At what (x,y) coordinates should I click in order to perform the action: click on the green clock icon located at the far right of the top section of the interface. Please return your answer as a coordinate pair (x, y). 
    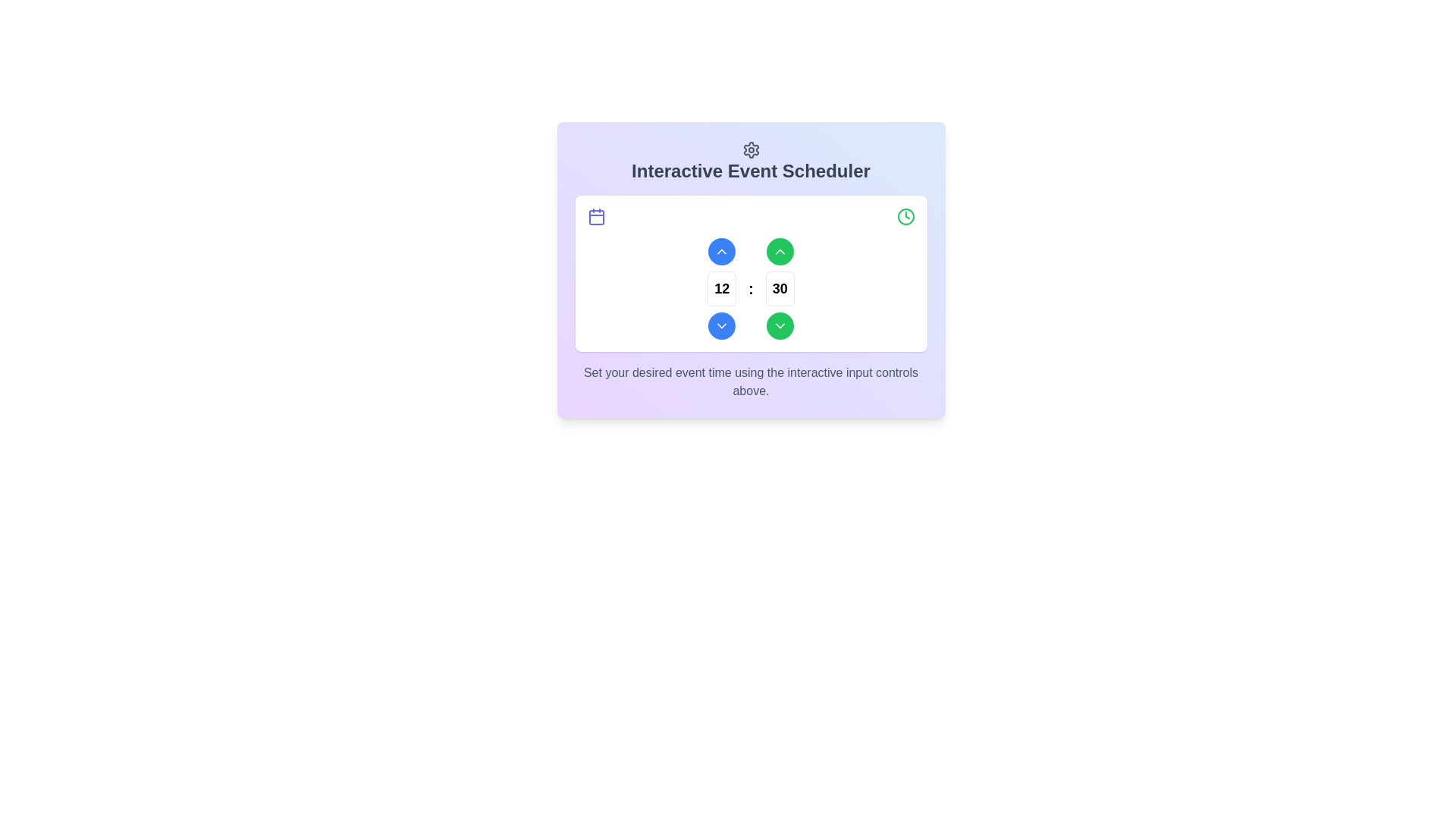
    Looking at the image, I should click on (905, 216).